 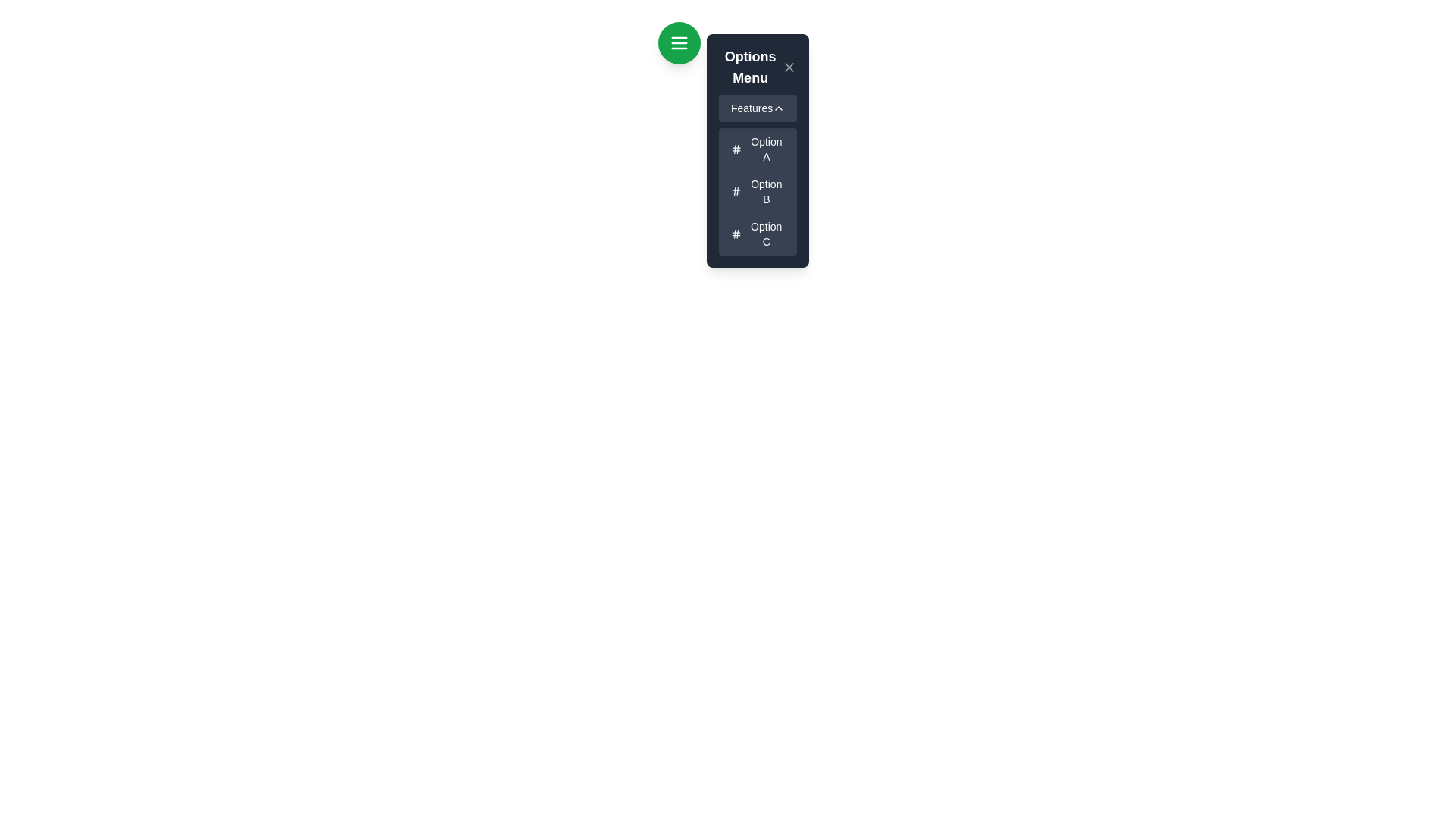 What do you see at coordinates (758, 151) in the screenshot?
I see `the first item labeled 'Option A' in the dropdown menu under the 'Features' heading` at bounding box center [758, 151].